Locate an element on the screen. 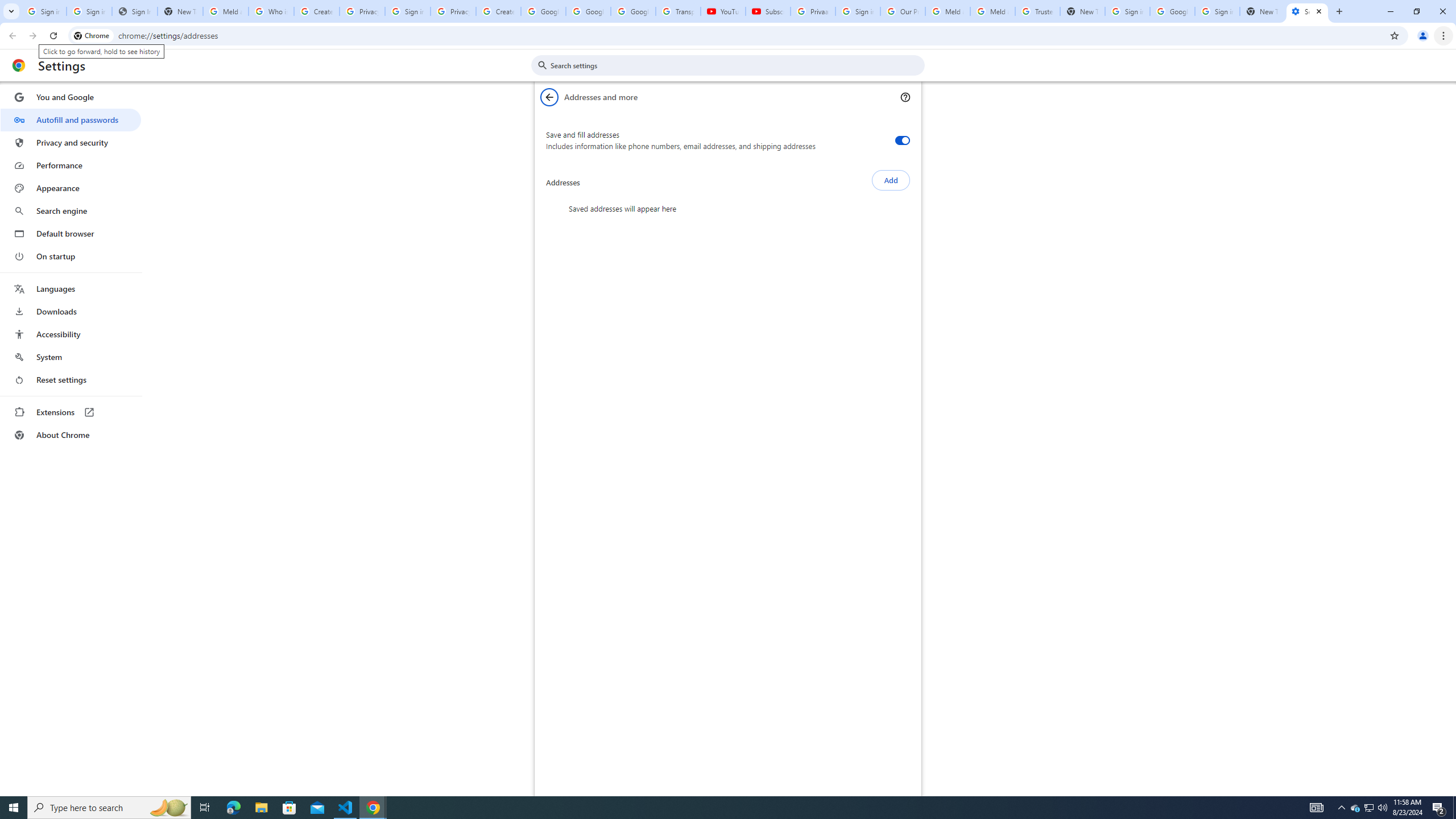 The height and width of the screenshot is (819, 1456). 'Downloads' is located at coordinates (70, 311).